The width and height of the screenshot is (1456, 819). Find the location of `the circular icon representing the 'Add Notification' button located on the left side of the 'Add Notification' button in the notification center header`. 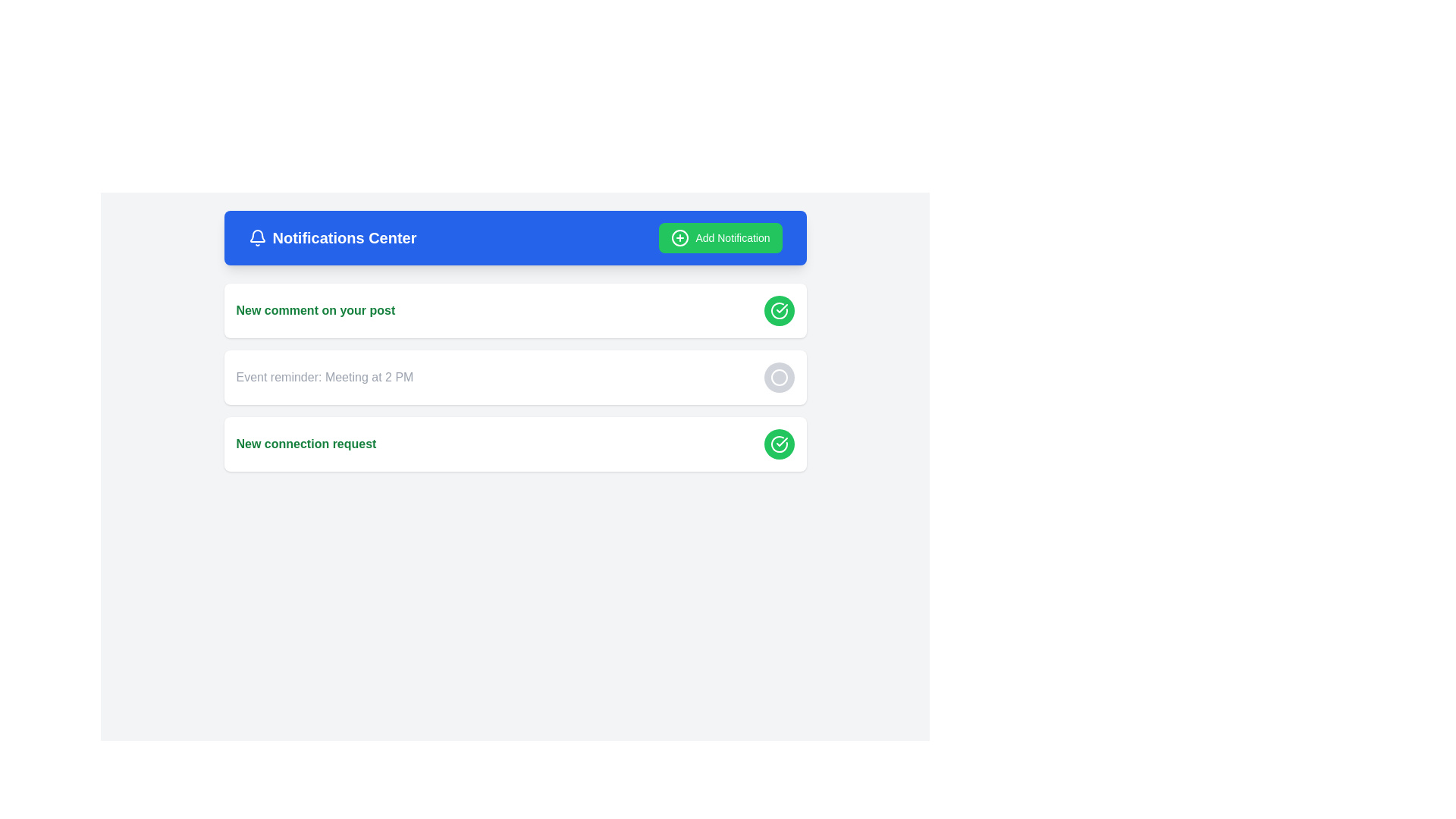

the circular icon representing the 'Add Notification' button located on the left side of the 'Add Notification' button in the notification center header is located at coordinates (679, 237).